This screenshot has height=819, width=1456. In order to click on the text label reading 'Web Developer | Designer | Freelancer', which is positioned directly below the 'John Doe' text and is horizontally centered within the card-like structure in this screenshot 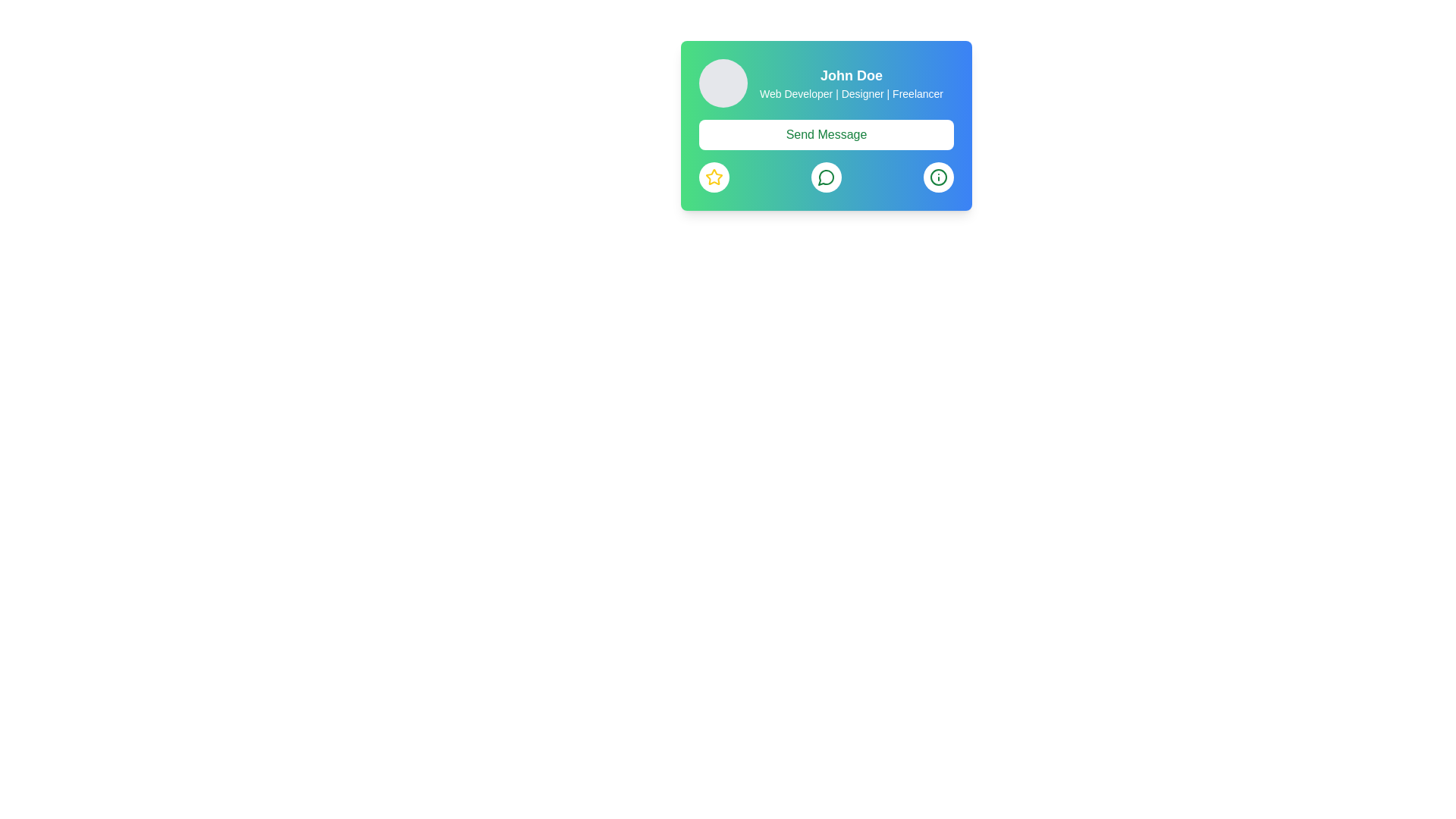, I will do `click(852, 93)`.